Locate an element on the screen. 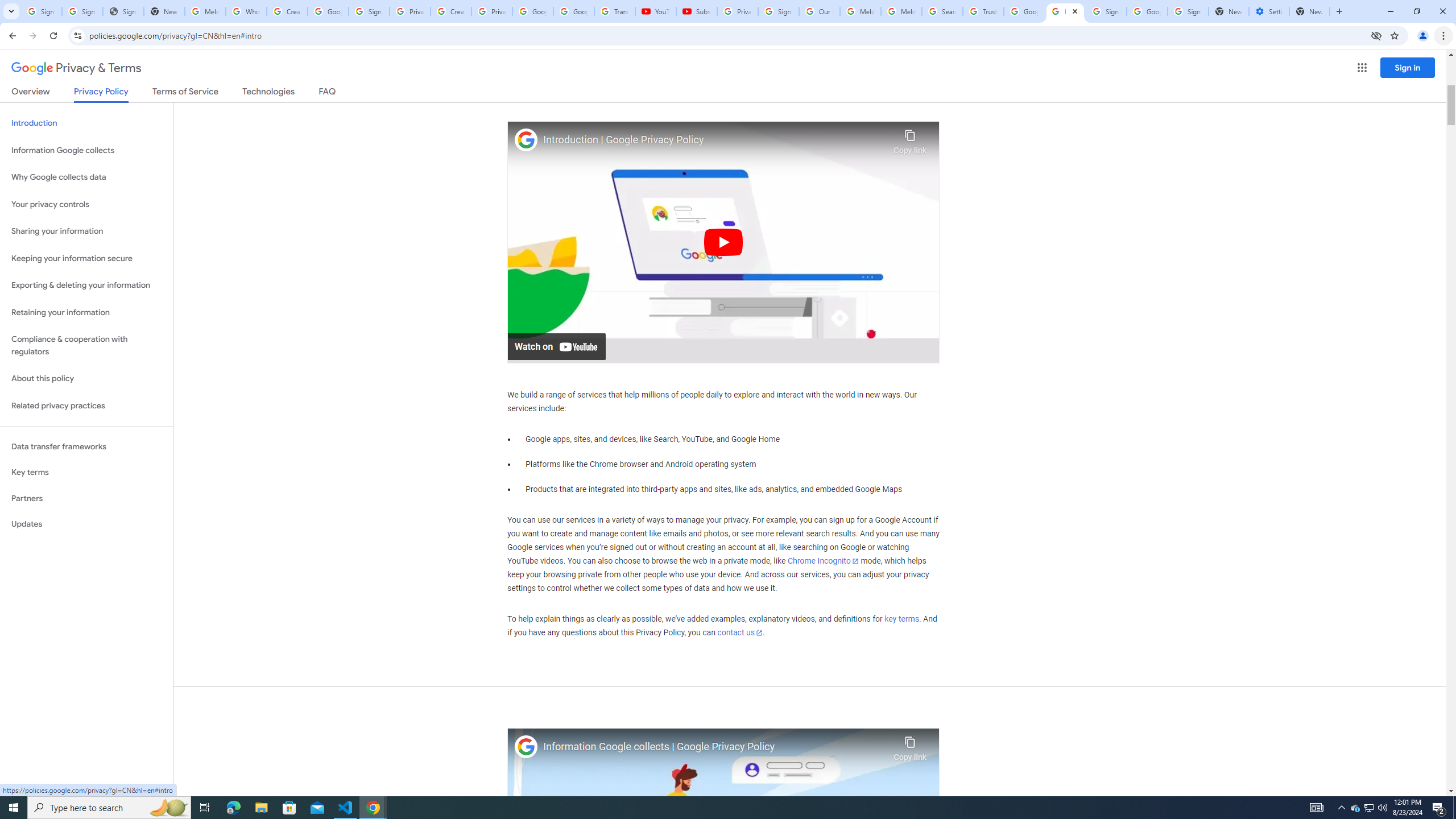  'About this policy' is located at coordinates (86, 379).